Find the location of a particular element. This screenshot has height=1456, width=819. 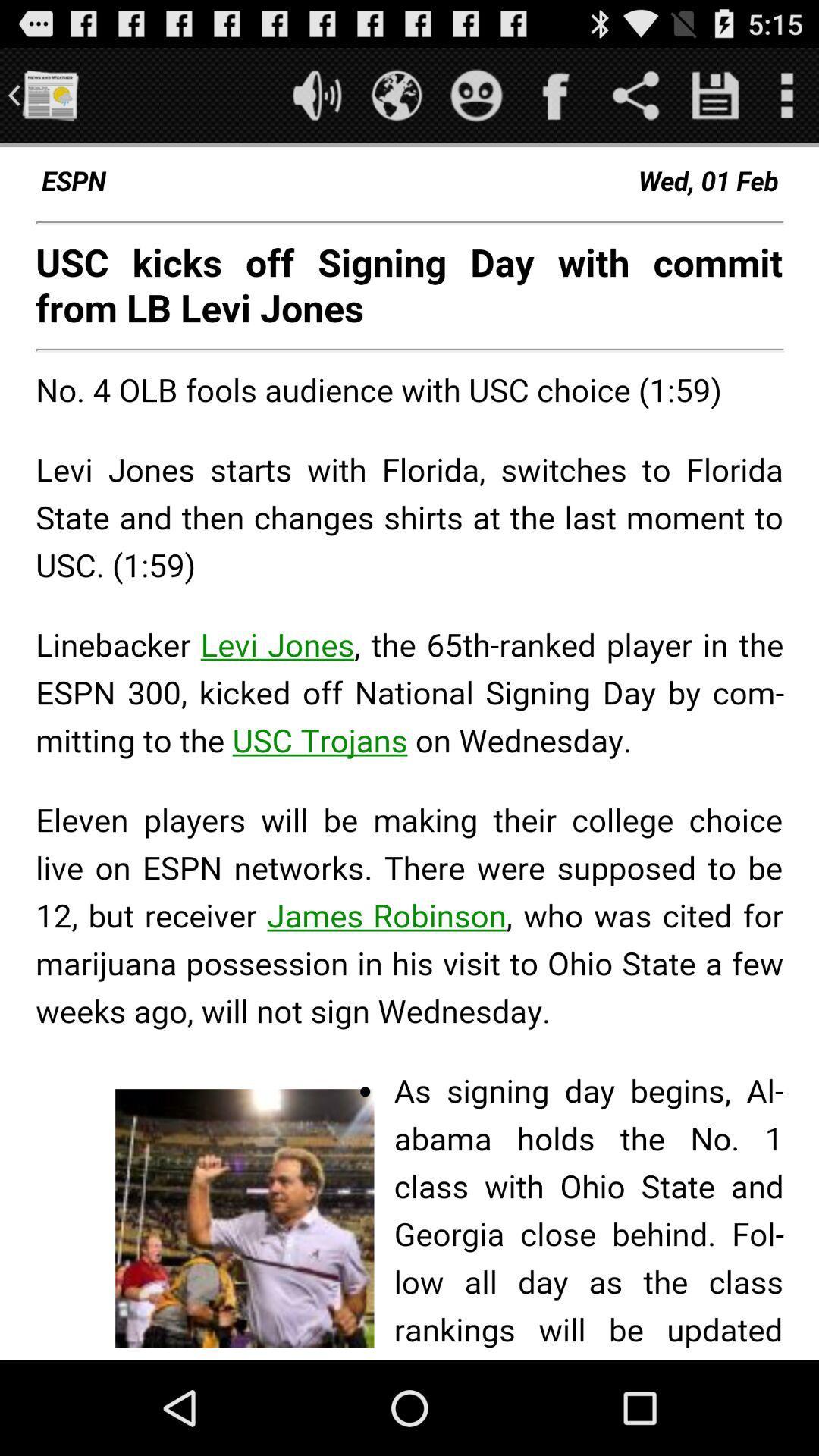

the save icon is located at coordinates (715, 101).